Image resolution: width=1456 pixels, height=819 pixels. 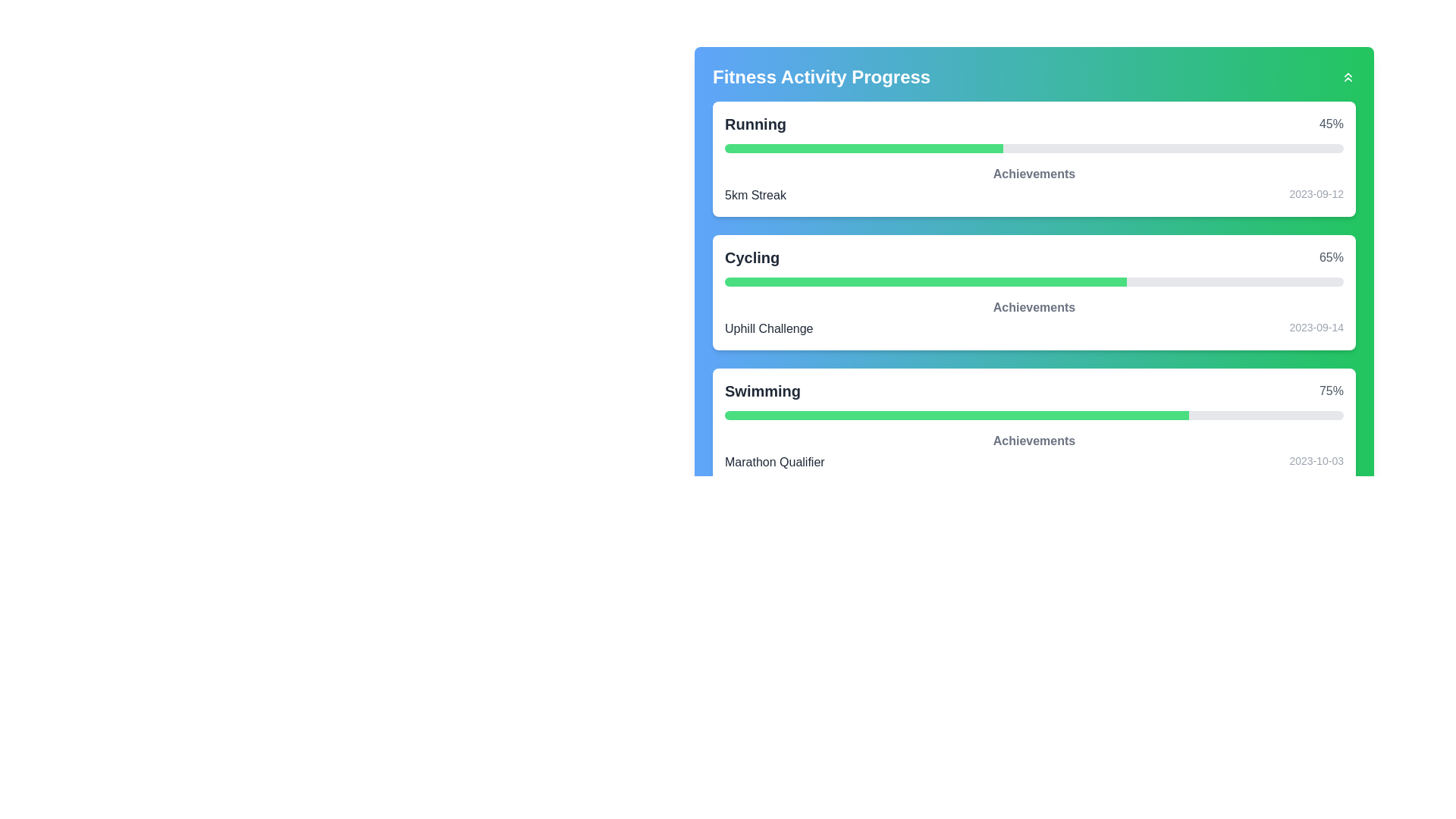 What do you see at coordinates (752, 256) in the screenshot?
I see `text label that displays 'Cycling', which is styled in bold and larger font, located in the second section of the activity progress interface` at bounding box center [752, 256].